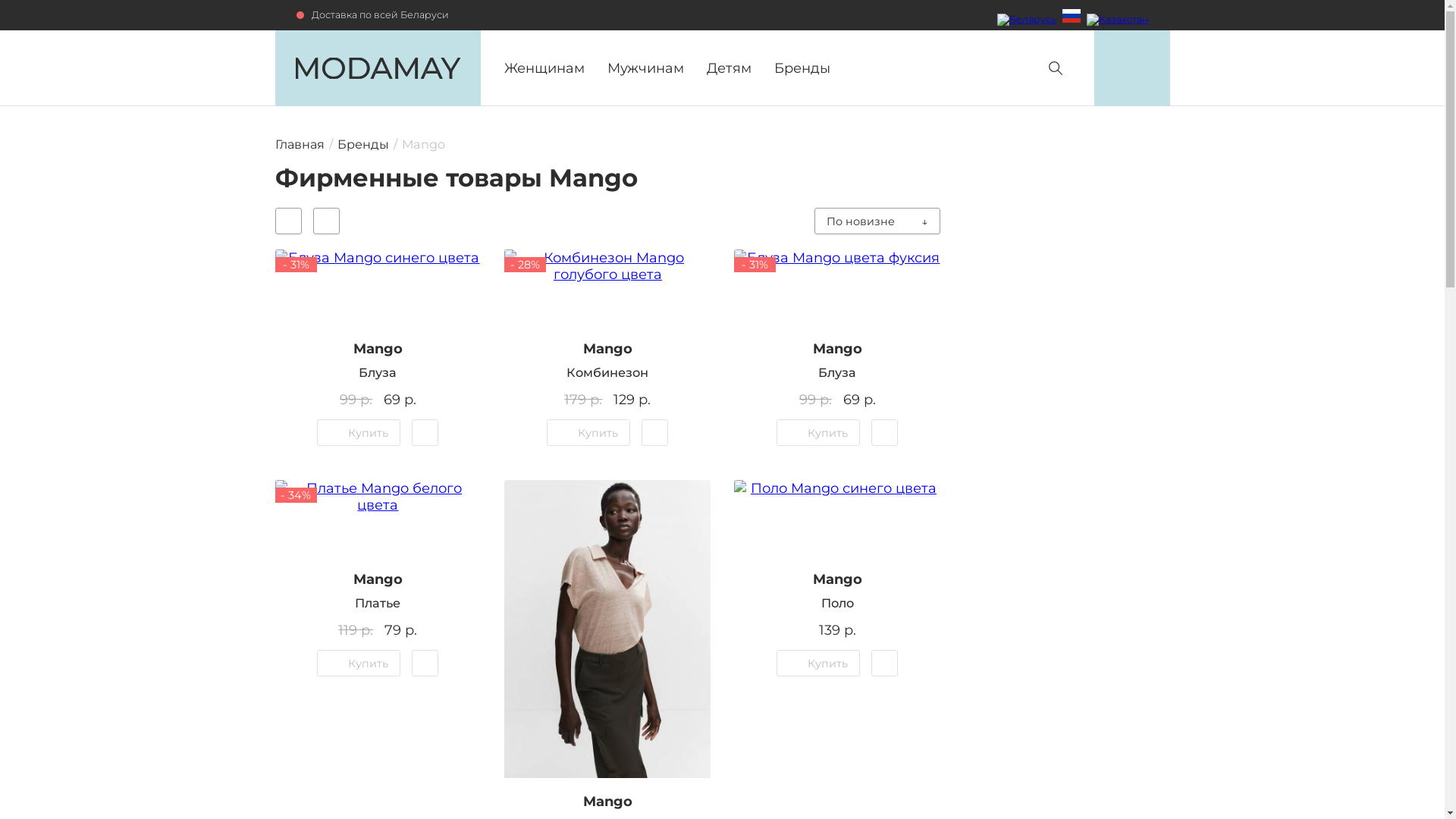 The width and height of the screenshot is (1456, 819). Describe the element at coordinates (378, 348) in the screenshot. I see `'Mango'` at that location.